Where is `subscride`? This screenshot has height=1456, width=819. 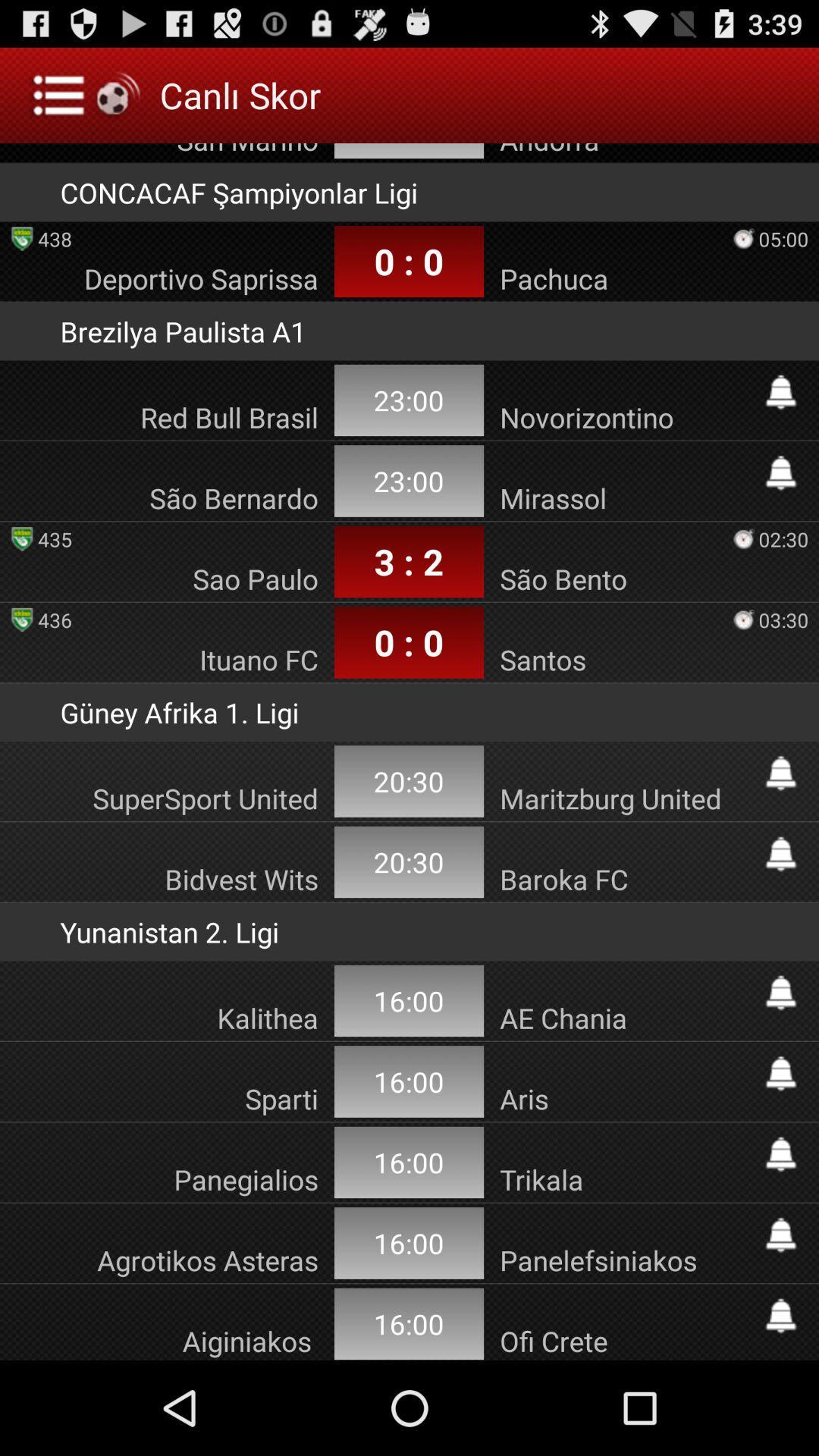
subscride is located at coordinates (780, 993).